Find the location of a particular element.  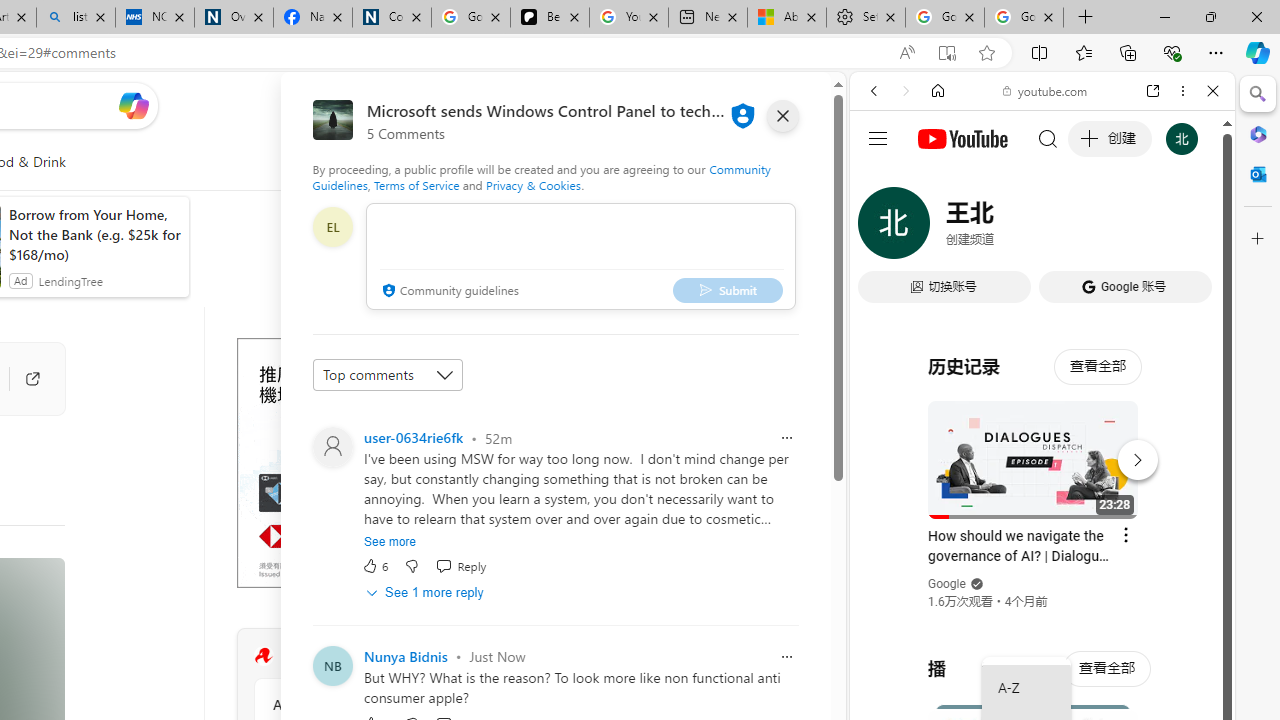

'See 1 more reply' is located at coordinates (425, 591).